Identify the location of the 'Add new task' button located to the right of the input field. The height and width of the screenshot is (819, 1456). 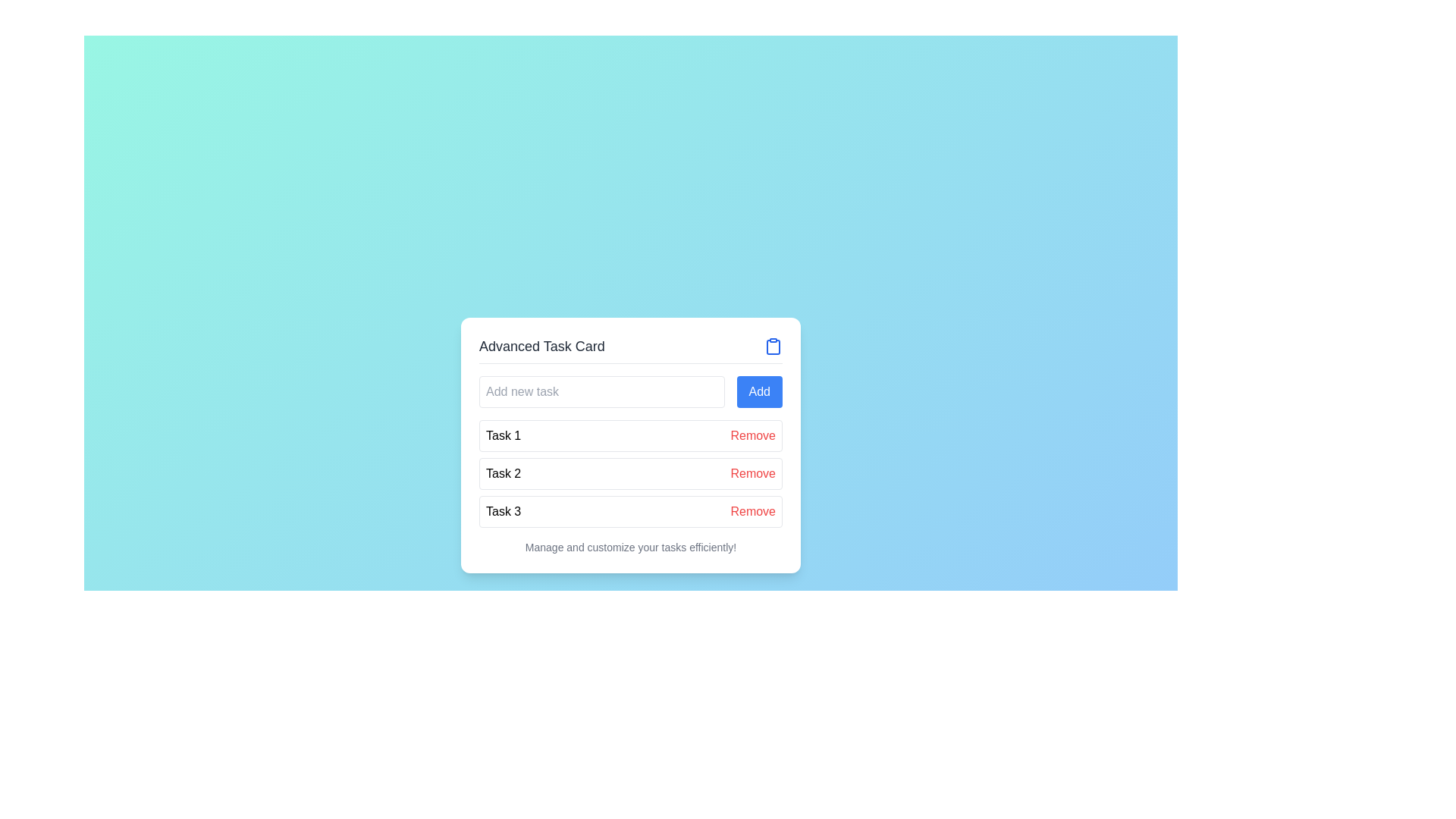
(759, 391).